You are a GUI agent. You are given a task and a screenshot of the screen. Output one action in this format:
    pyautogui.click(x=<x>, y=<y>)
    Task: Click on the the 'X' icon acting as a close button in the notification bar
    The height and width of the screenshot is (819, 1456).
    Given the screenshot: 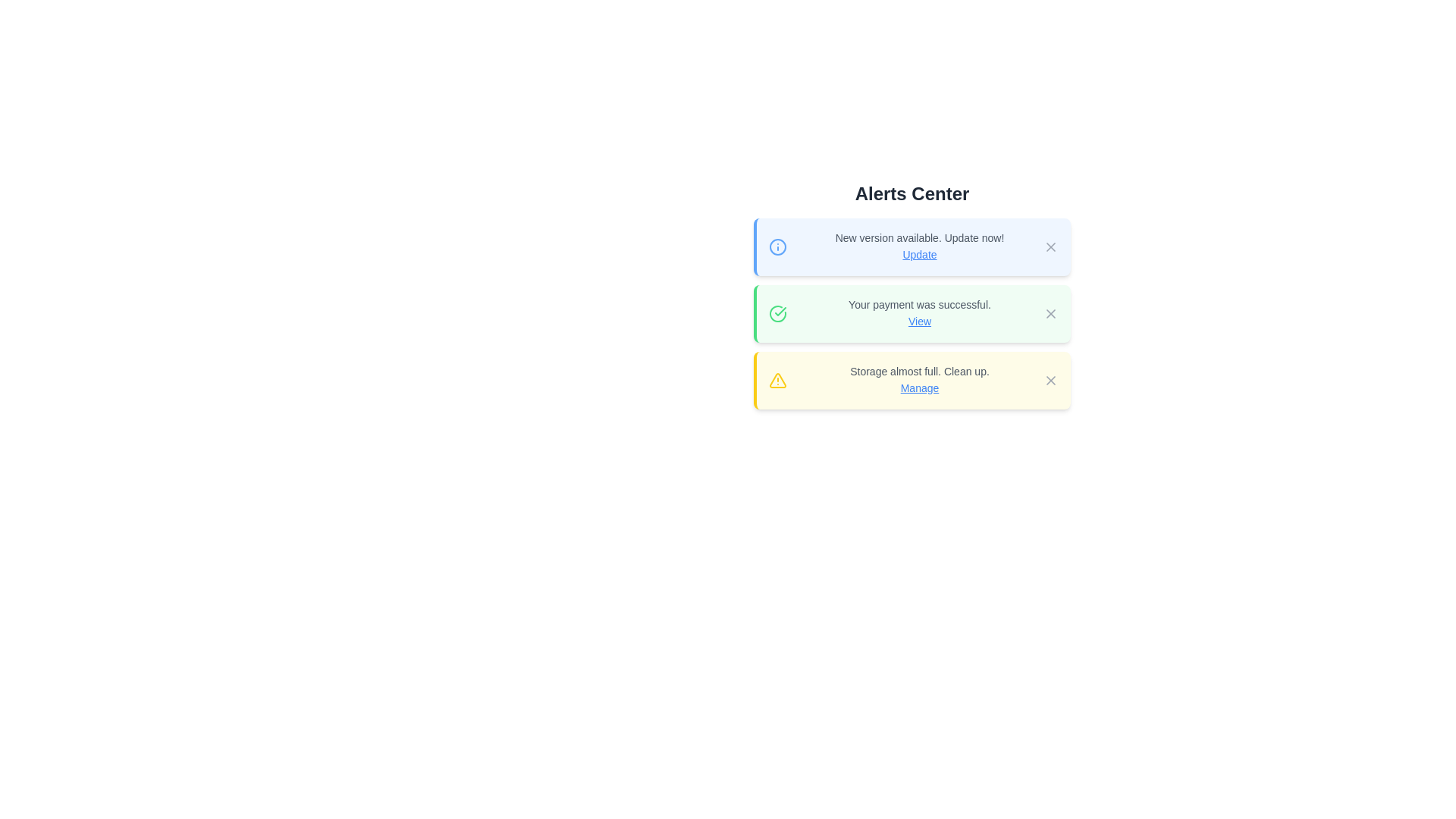 What is the action you would take?
    pyautogui.click(x=1050, y=246)
    